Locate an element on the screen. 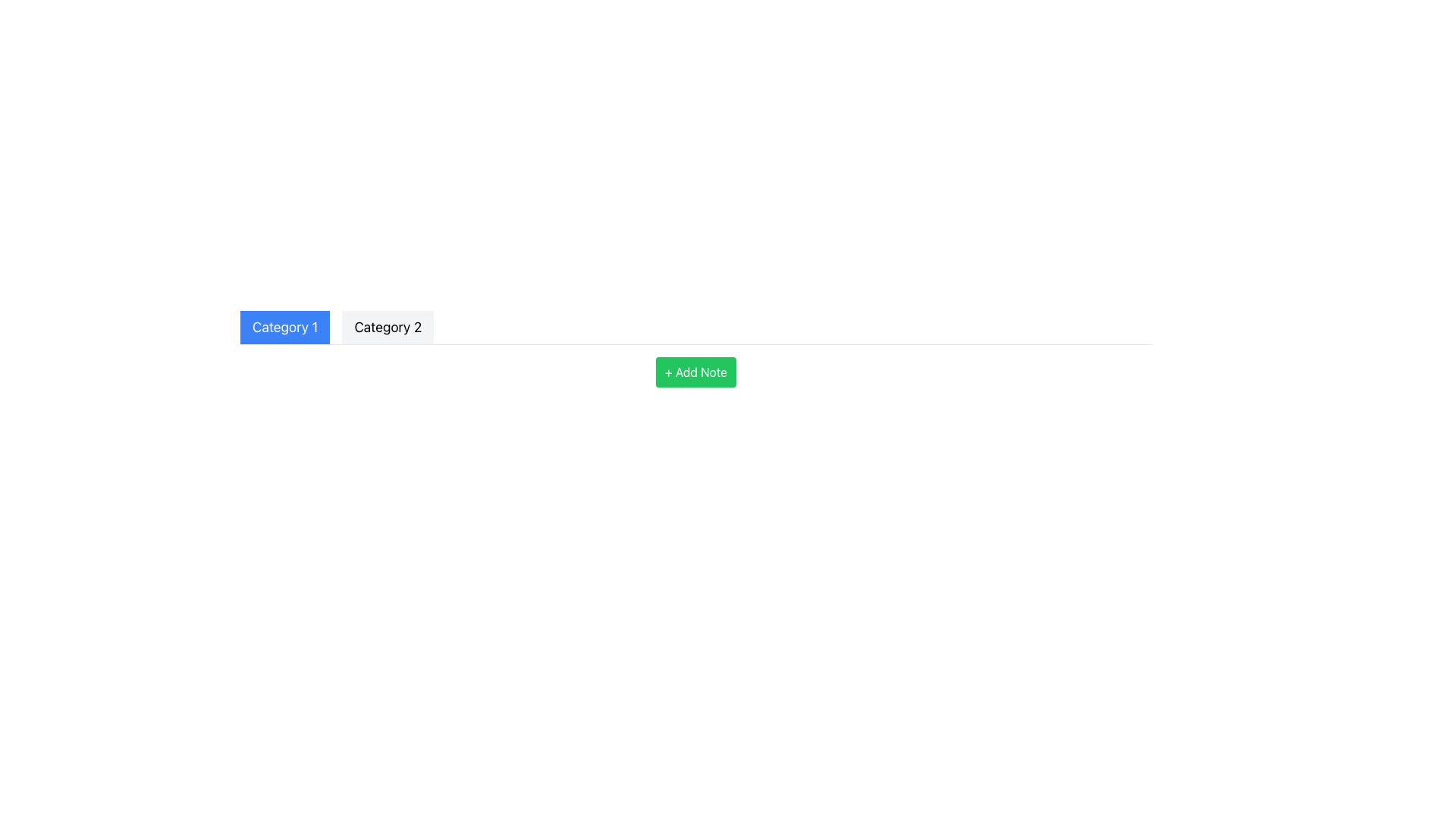 The height and width of the screenshot is (819, 1456). the category display or selector bar containing the buttons labeled 'Category 1' and 'Category 2' is located at coordinates (695, 327).